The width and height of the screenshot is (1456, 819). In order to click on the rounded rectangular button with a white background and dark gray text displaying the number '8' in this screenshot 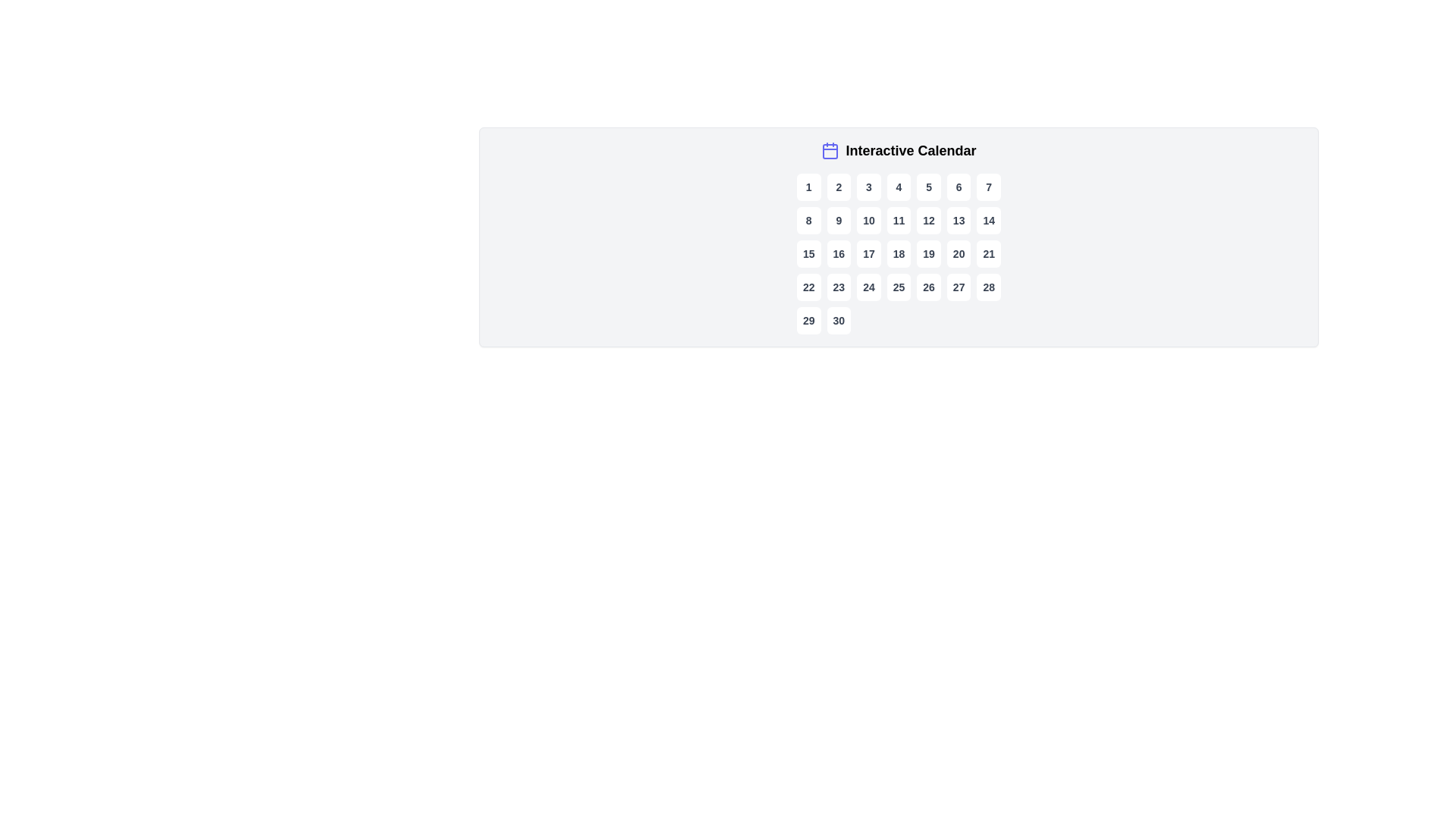, I will do `click(808, 220)`.